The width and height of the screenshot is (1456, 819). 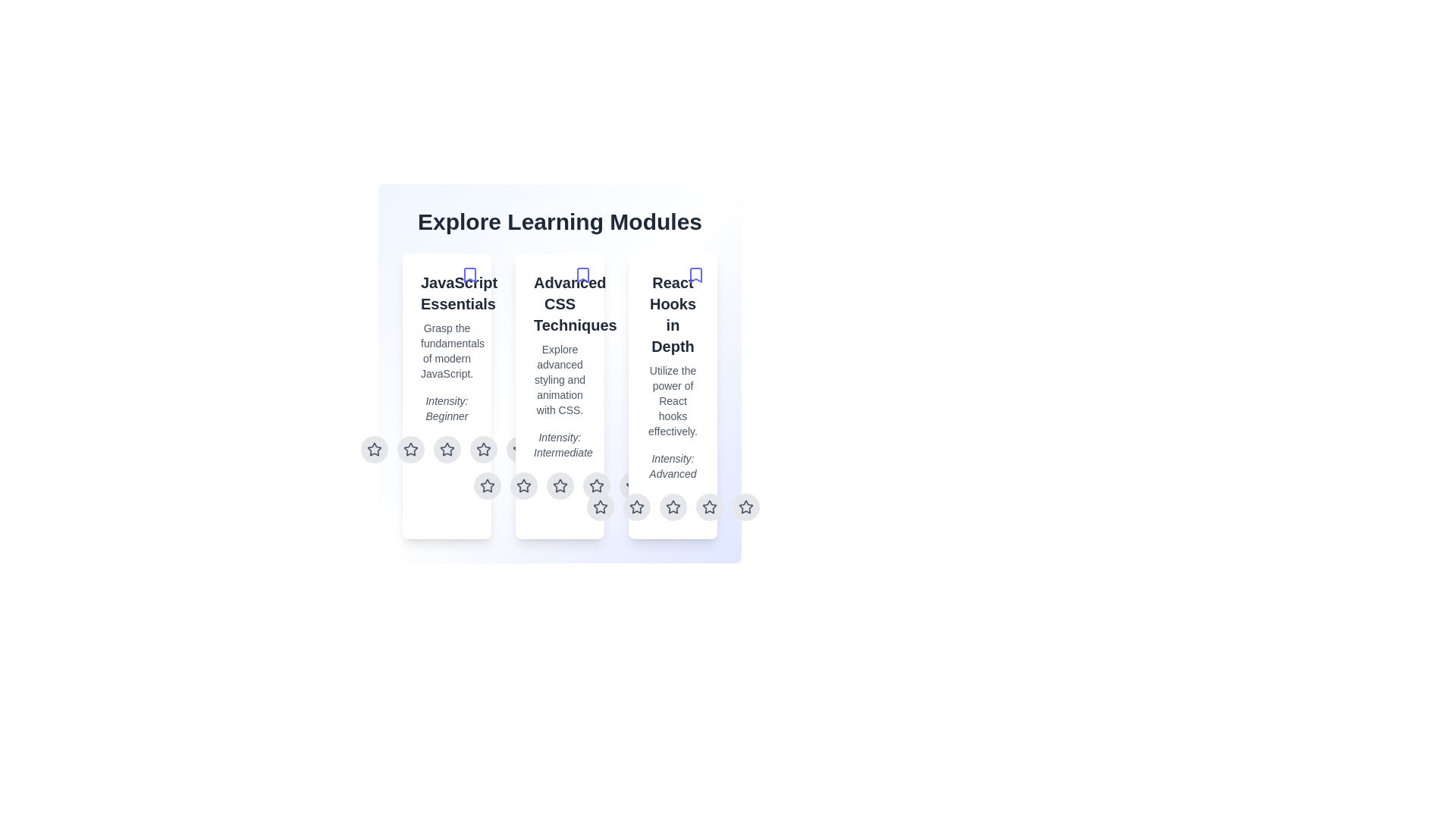 What do you see at coordinates (695, 275) in the screenshot?
I see `the bookmark icon for the module titled 'React Hooks in Depth'` at bounding box center [695, 275].